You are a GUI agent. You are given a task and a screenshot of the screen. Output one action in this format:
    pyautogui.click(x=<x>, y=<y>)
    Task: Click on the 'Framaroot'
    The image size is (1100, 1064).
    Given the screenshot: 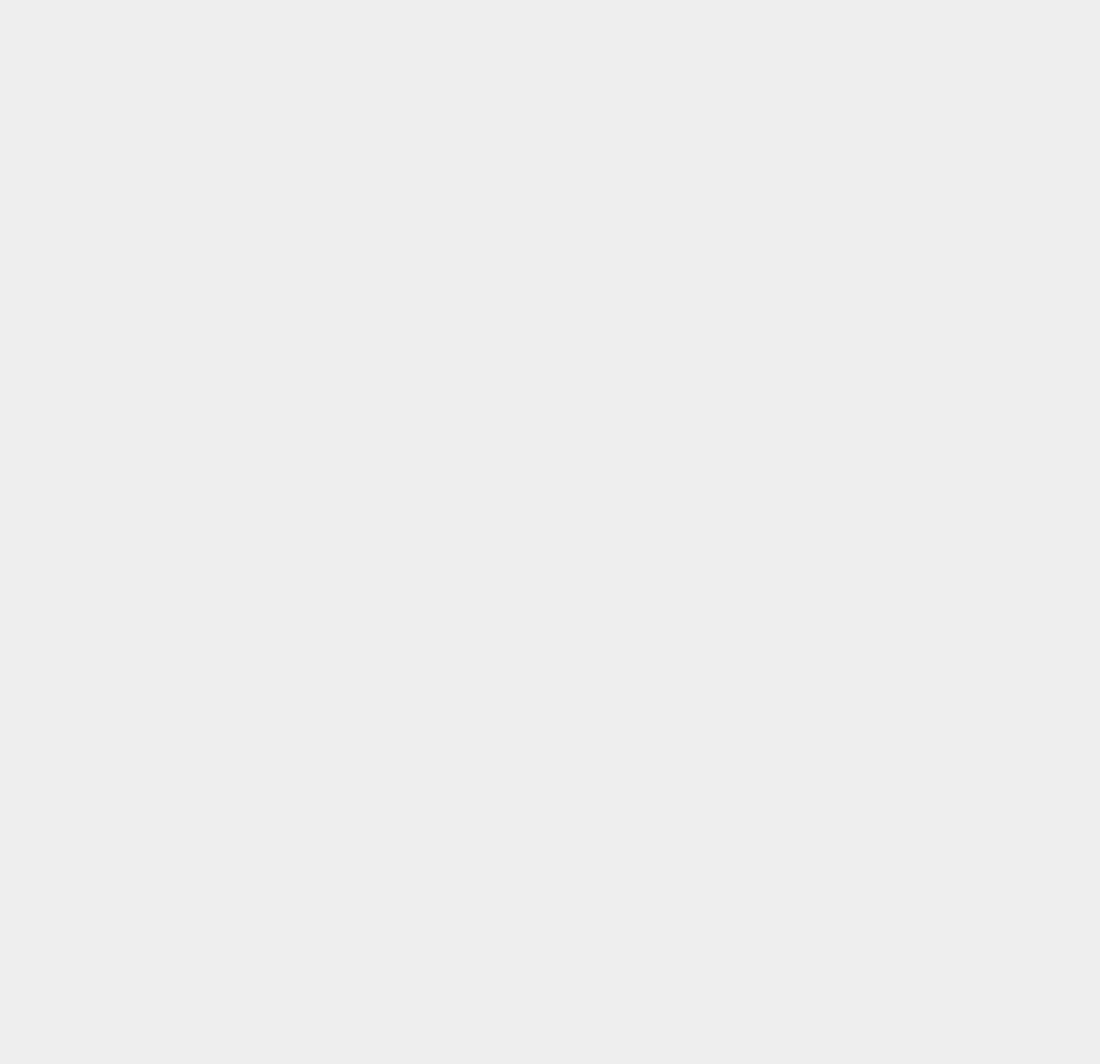 What is the action you would take?
    pyautogui.click(x=811, y=718)
    